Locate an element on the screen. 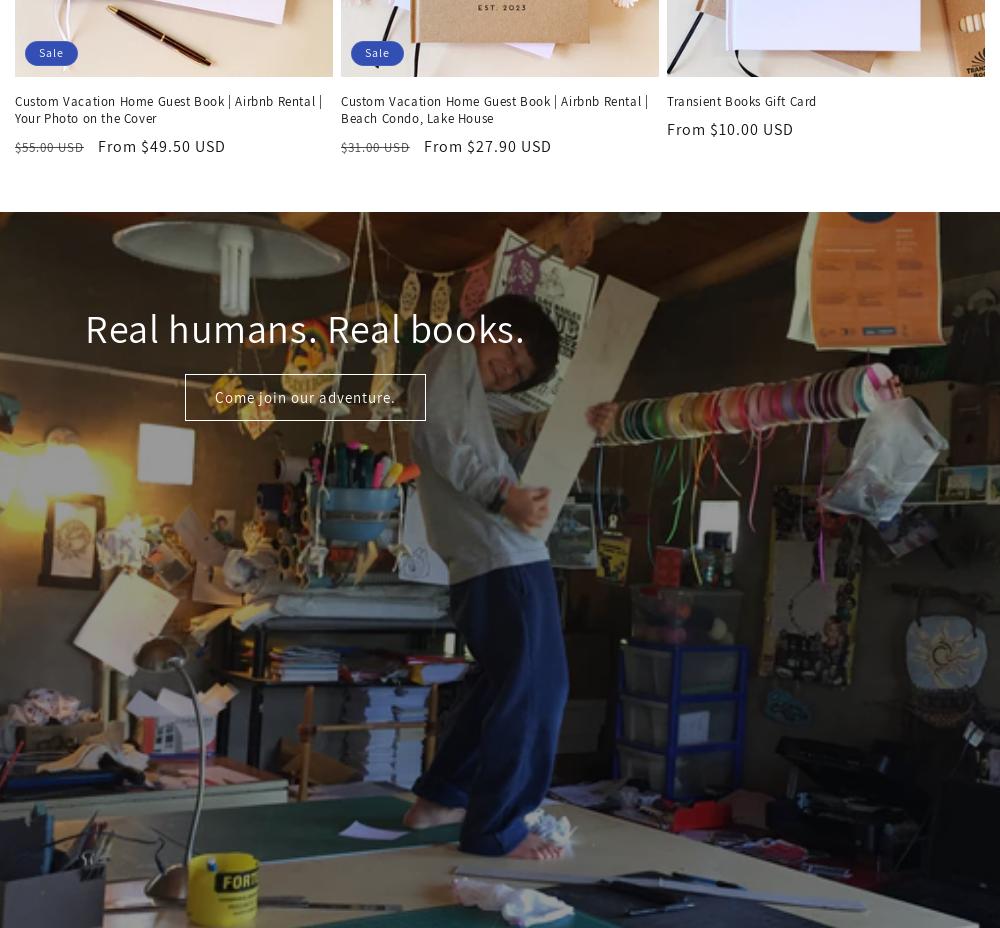  '$31.00 USD' is located at coordinates (373, 146).